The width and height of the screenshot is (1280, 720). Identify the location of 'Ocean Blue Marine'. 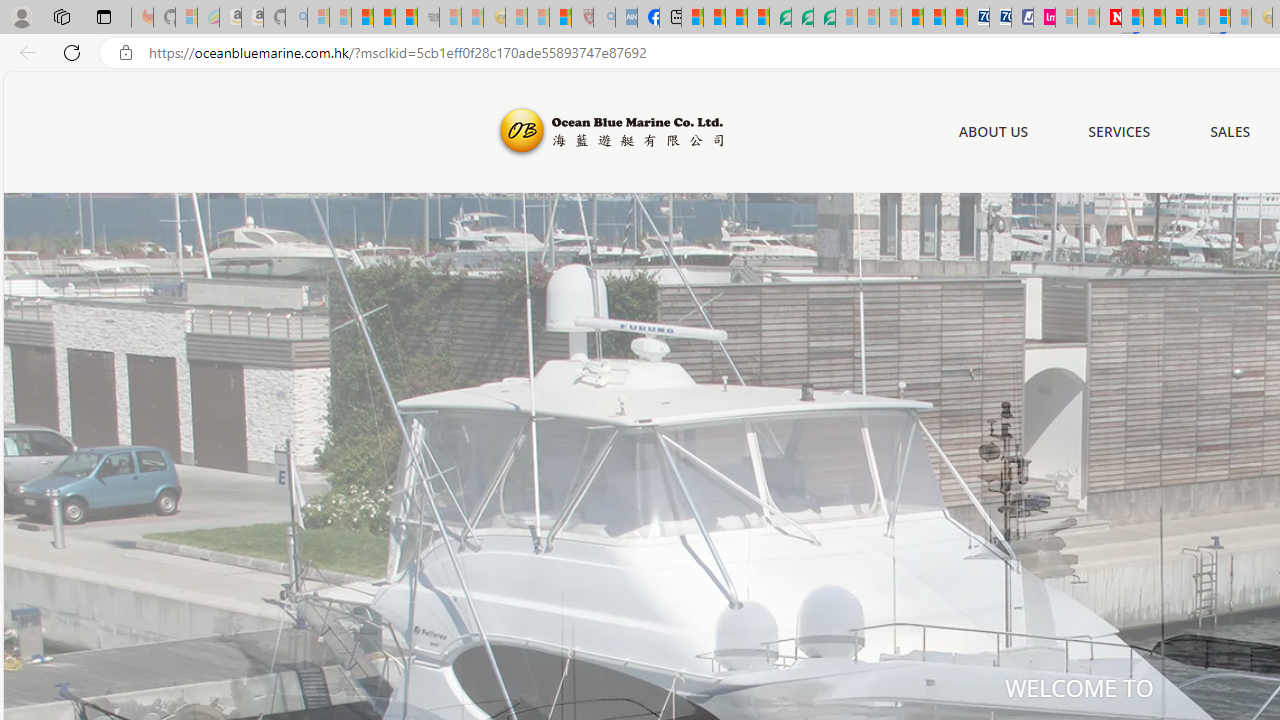
(607, 132).